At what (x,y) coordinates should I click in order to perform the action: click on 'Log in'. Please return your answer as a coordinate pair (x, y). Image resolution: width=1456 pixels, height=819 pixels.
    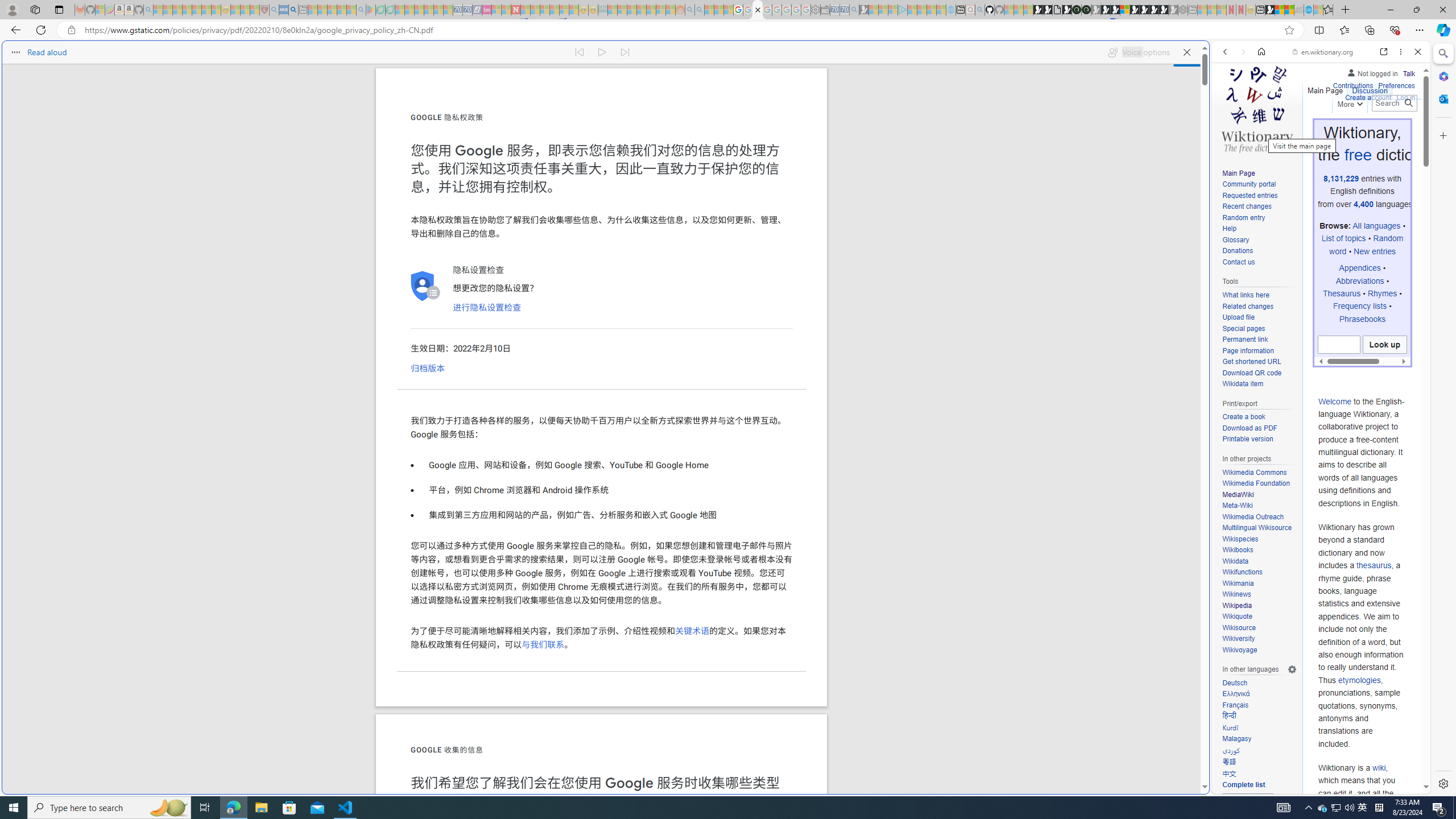
    Looking at the image, I should click on (1405, 98).